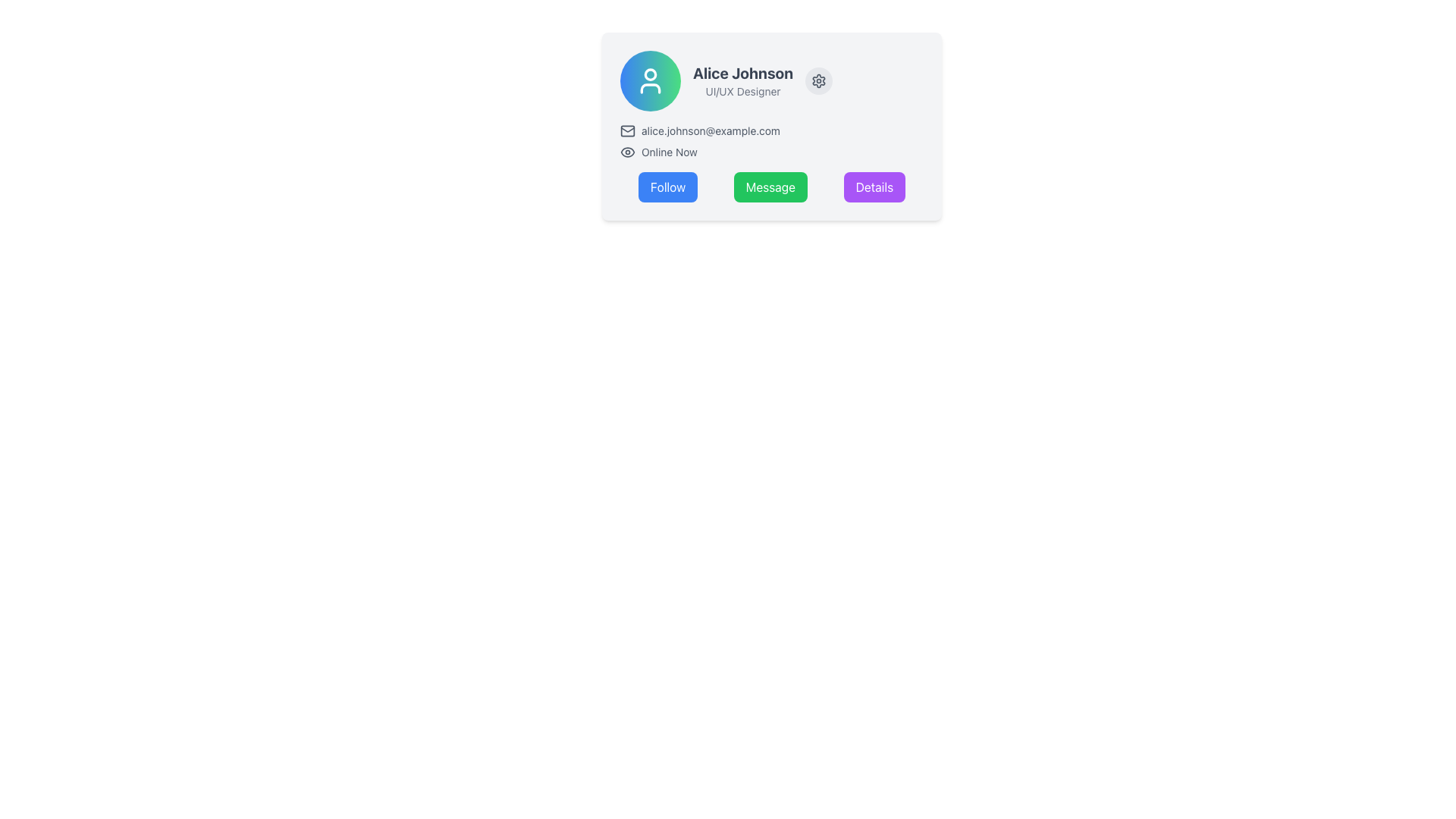  I want to click on the 'Online Now' text label, which is styled in a small gray font and positioned to the right of an eye icon, so click(668, 152).